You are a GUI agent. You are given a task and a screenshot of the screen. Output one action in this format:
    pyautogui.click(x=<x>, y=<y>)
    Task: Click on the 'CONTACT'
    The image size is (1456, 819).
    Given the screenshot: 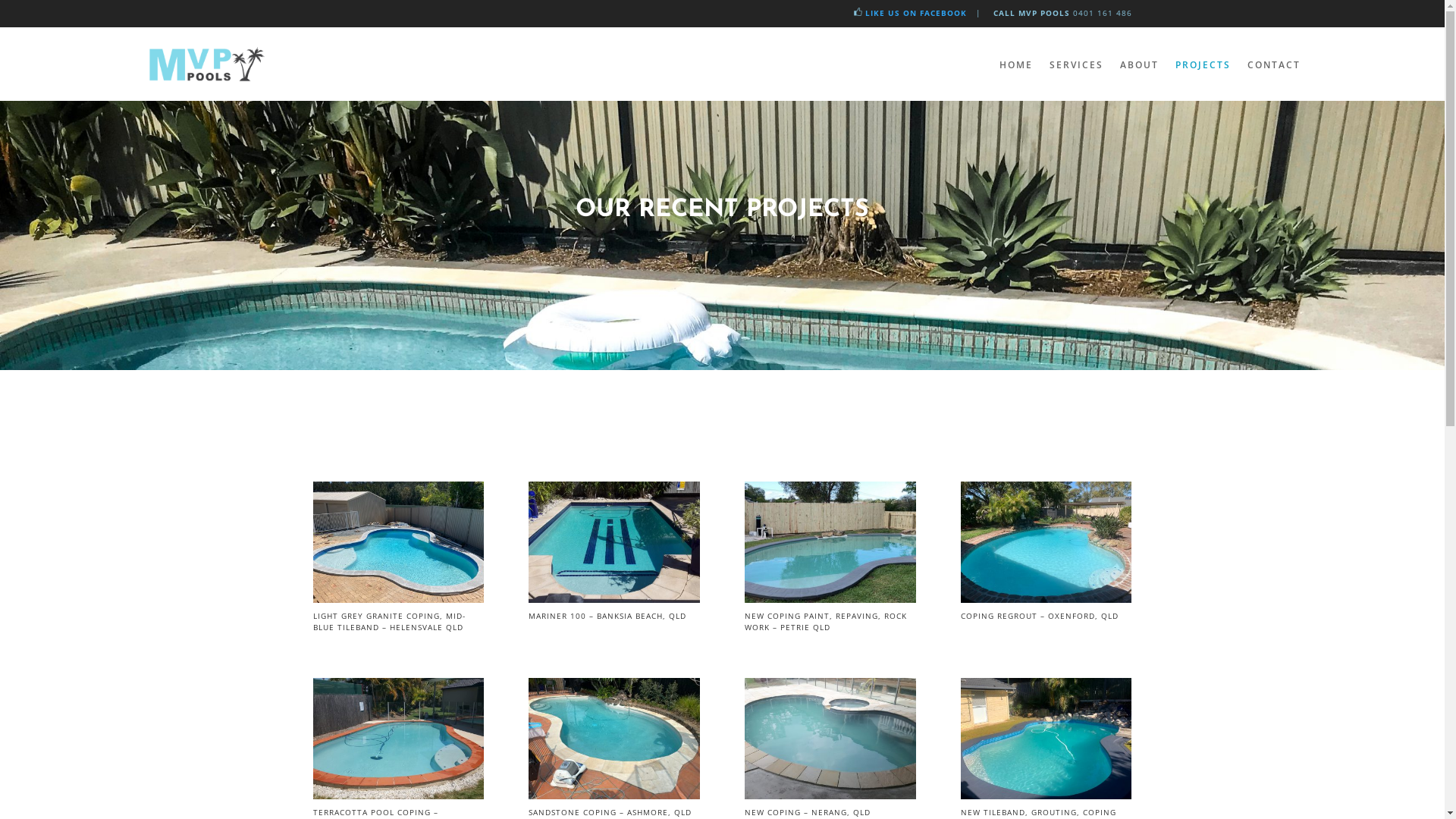 What is the action you would take?
    pyautogui.click(x=1273, y=64)
    